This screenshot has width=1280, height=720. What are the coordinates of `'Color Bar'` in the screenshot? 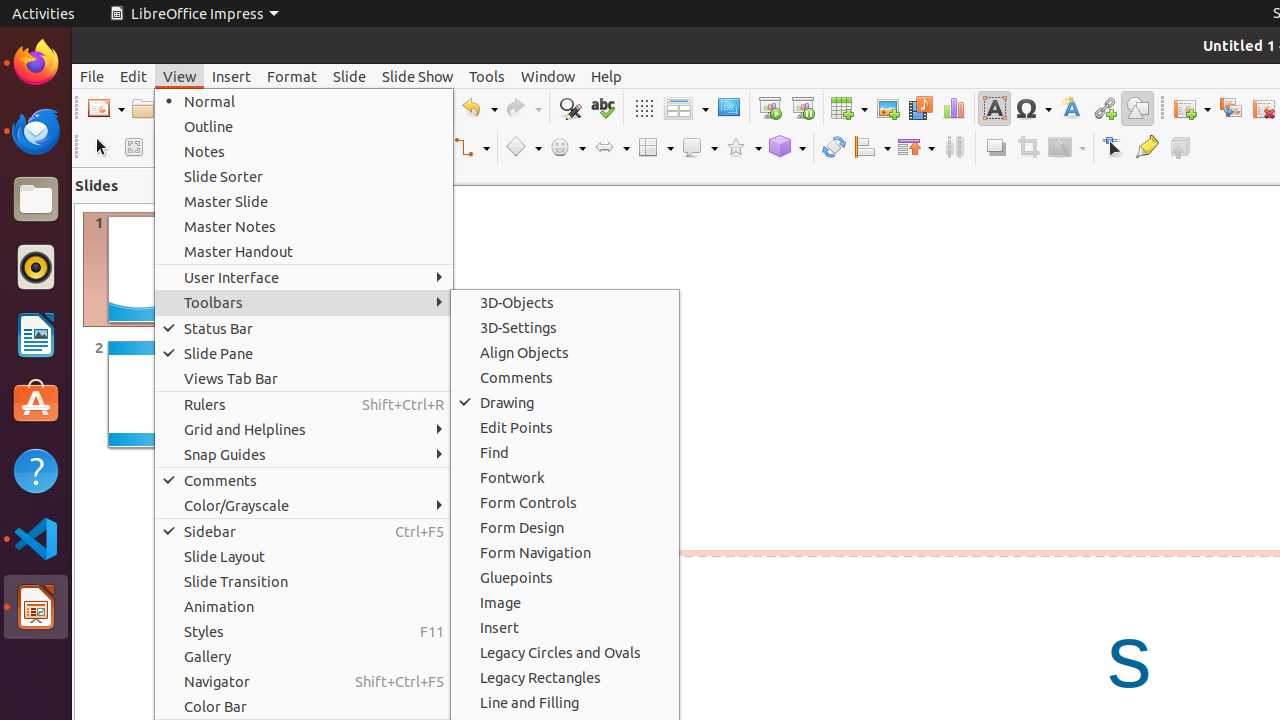 It's located at (303, 705).